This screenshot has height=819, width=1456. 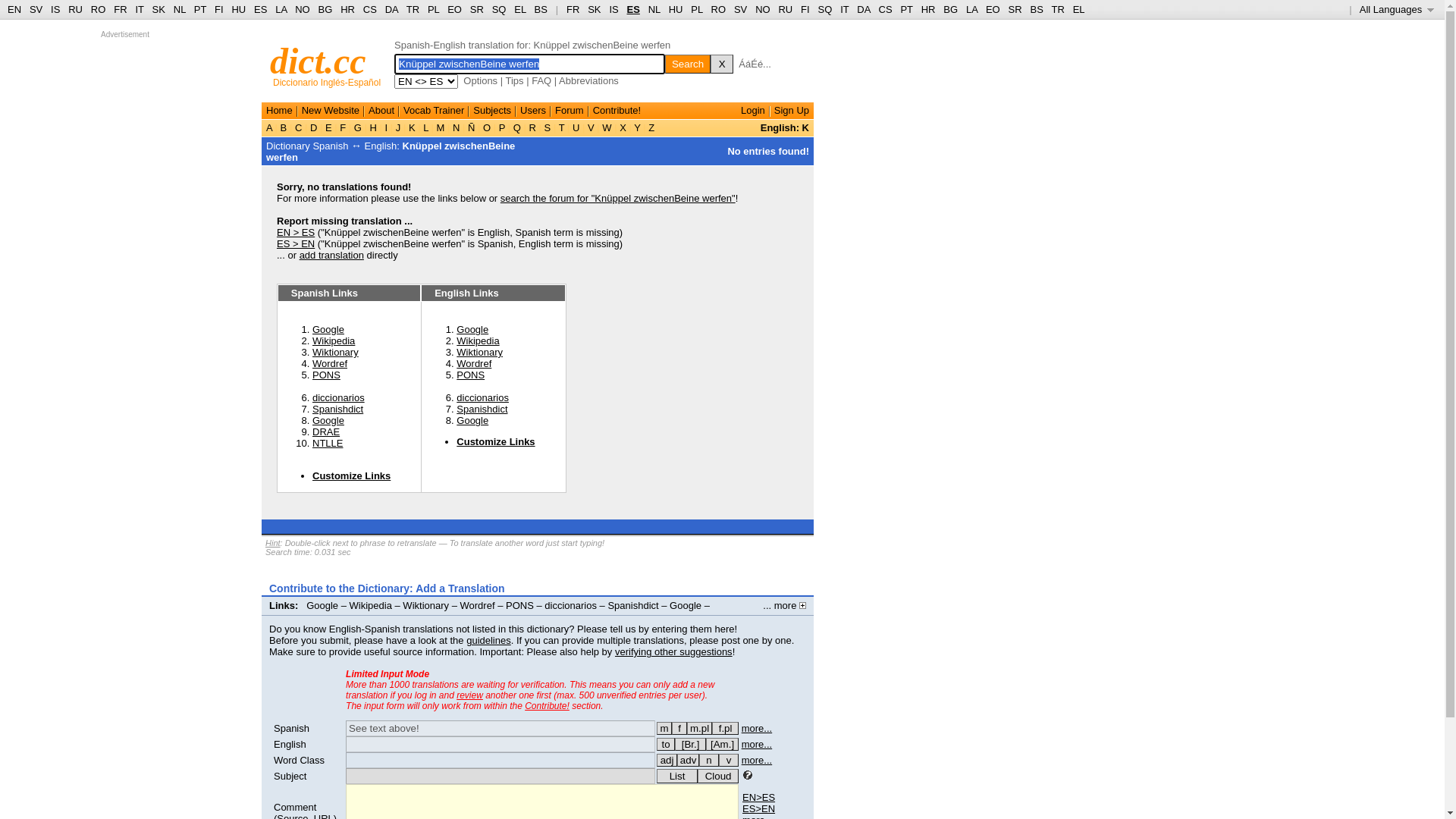 I want to click on 'Hint', so click(x=273, y=542).